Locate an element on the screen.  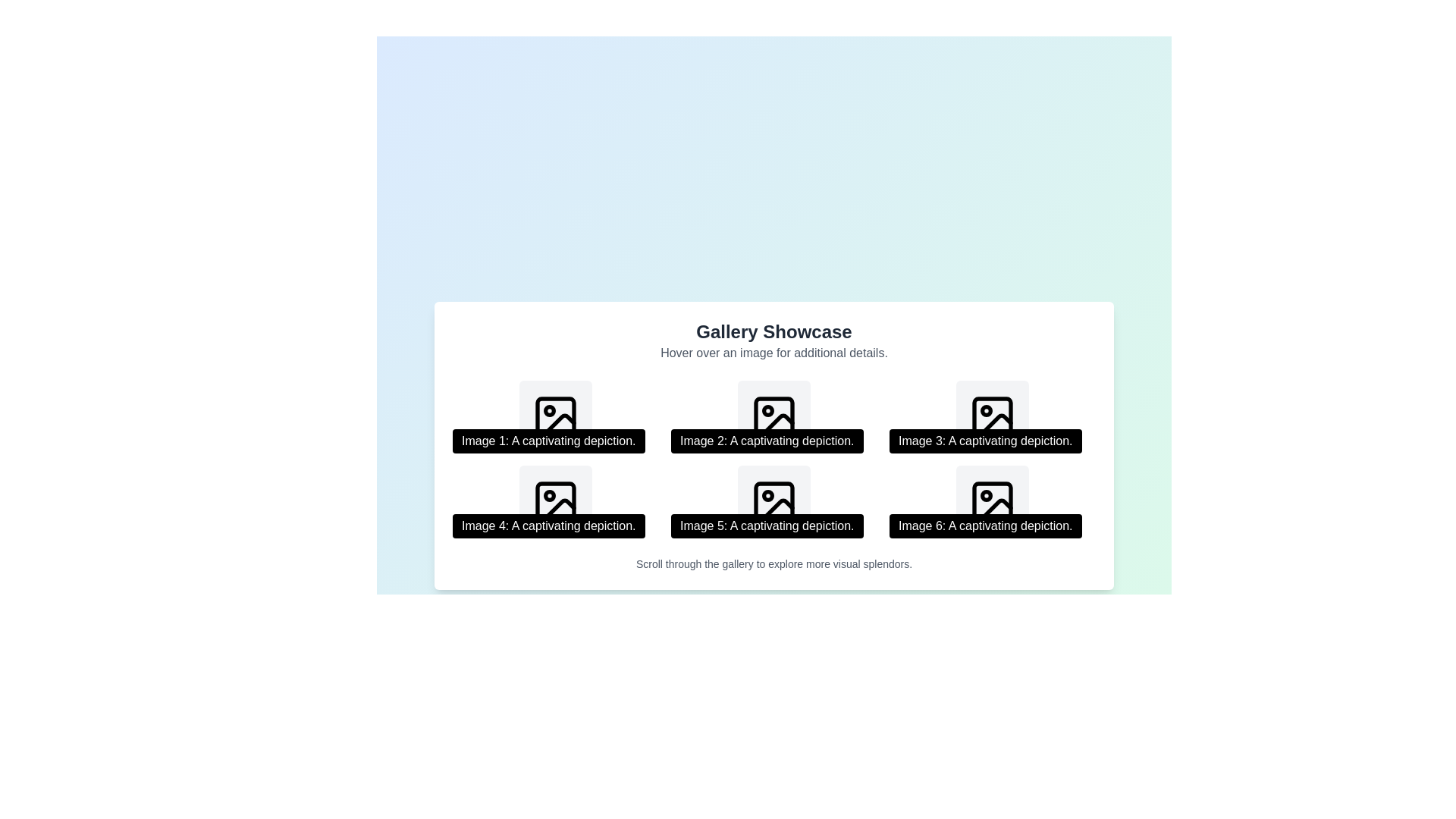
the lower right visual component of the photo icon in the first row of the gallery showcase is located at coordinates (996, 425).